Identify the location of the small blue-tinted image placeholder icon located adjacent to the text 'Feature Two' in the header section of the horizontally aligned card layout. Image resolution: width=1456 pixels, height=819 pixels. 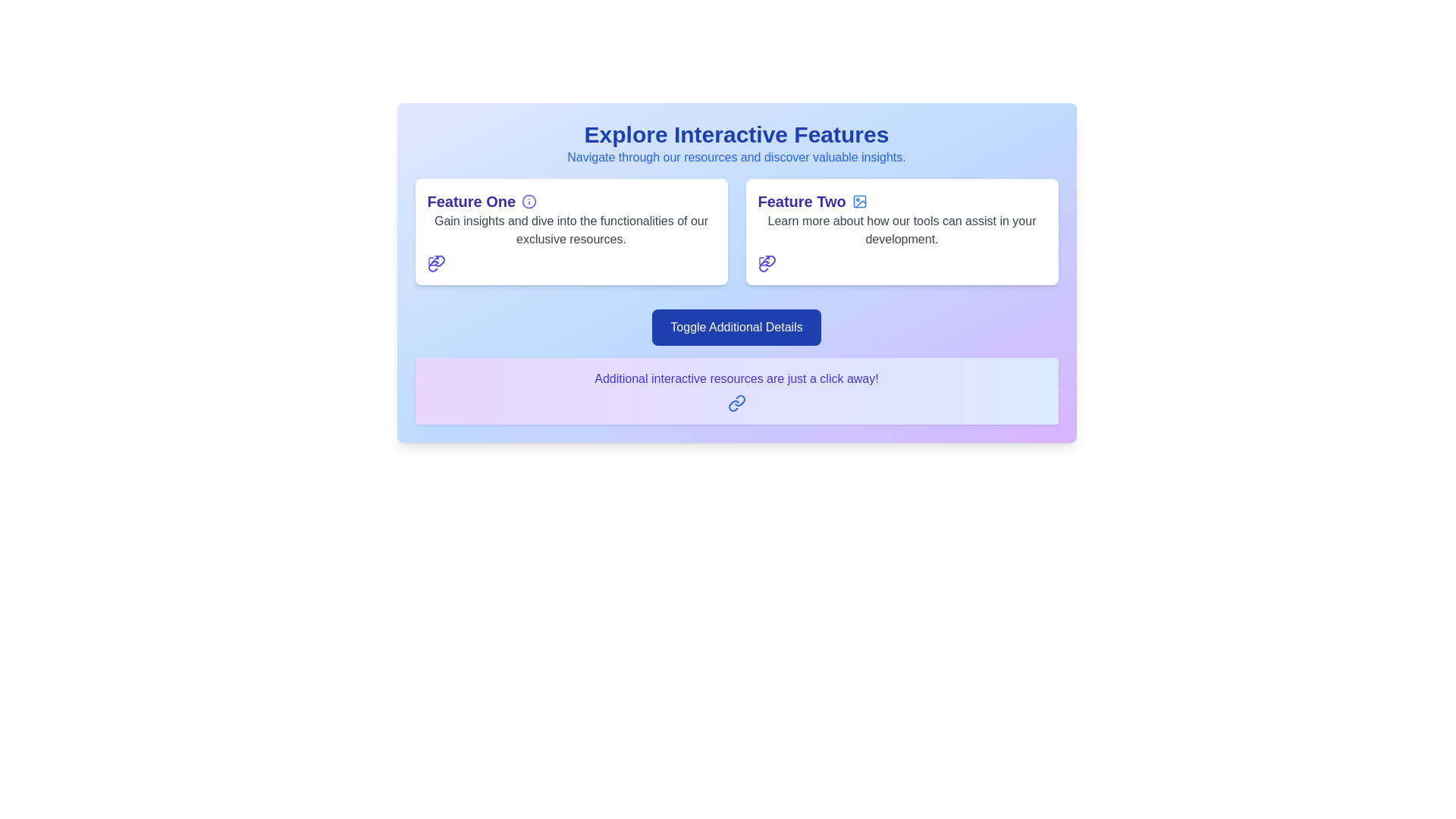
(859, 201).